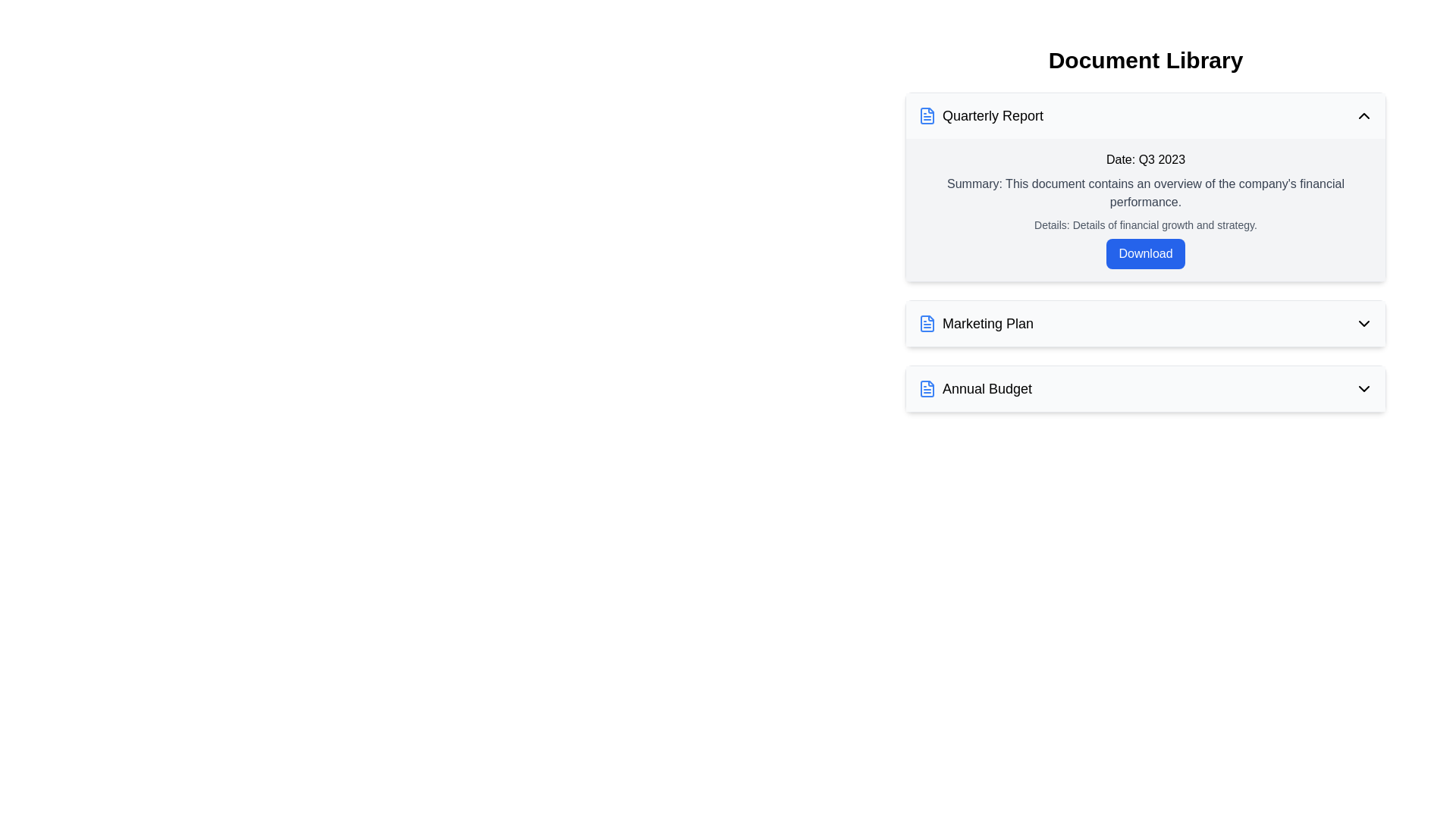 This screenshot has height=819, width=1456. What do you see at coordinates (993, 115) in the screenshot?
I see `the 'Quarterly Report' text label, which is displayed in bold, medium font size and is located to the right of a blue document icon in the 'Document Library' area` at bounding box center [993, 115].